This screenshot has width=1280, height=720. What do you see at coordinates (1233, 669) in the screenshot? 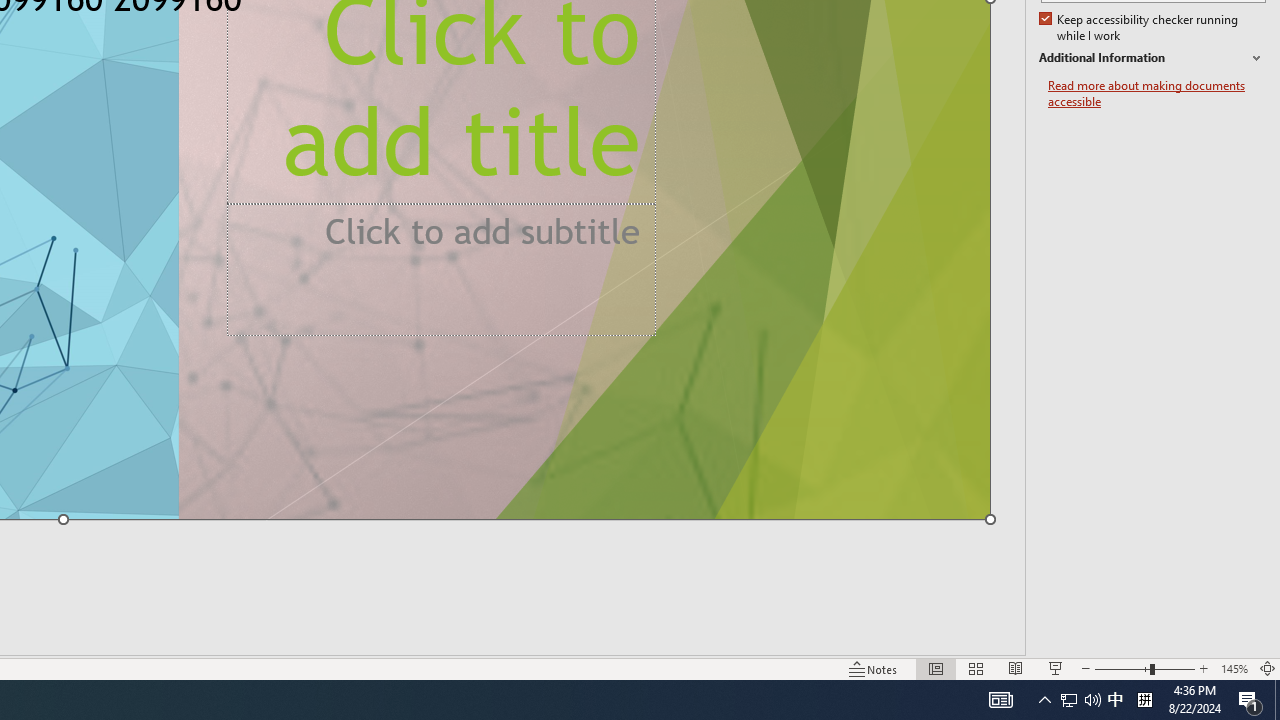
I see `'Zoom 145%'` at bounding box center [1233, 669].